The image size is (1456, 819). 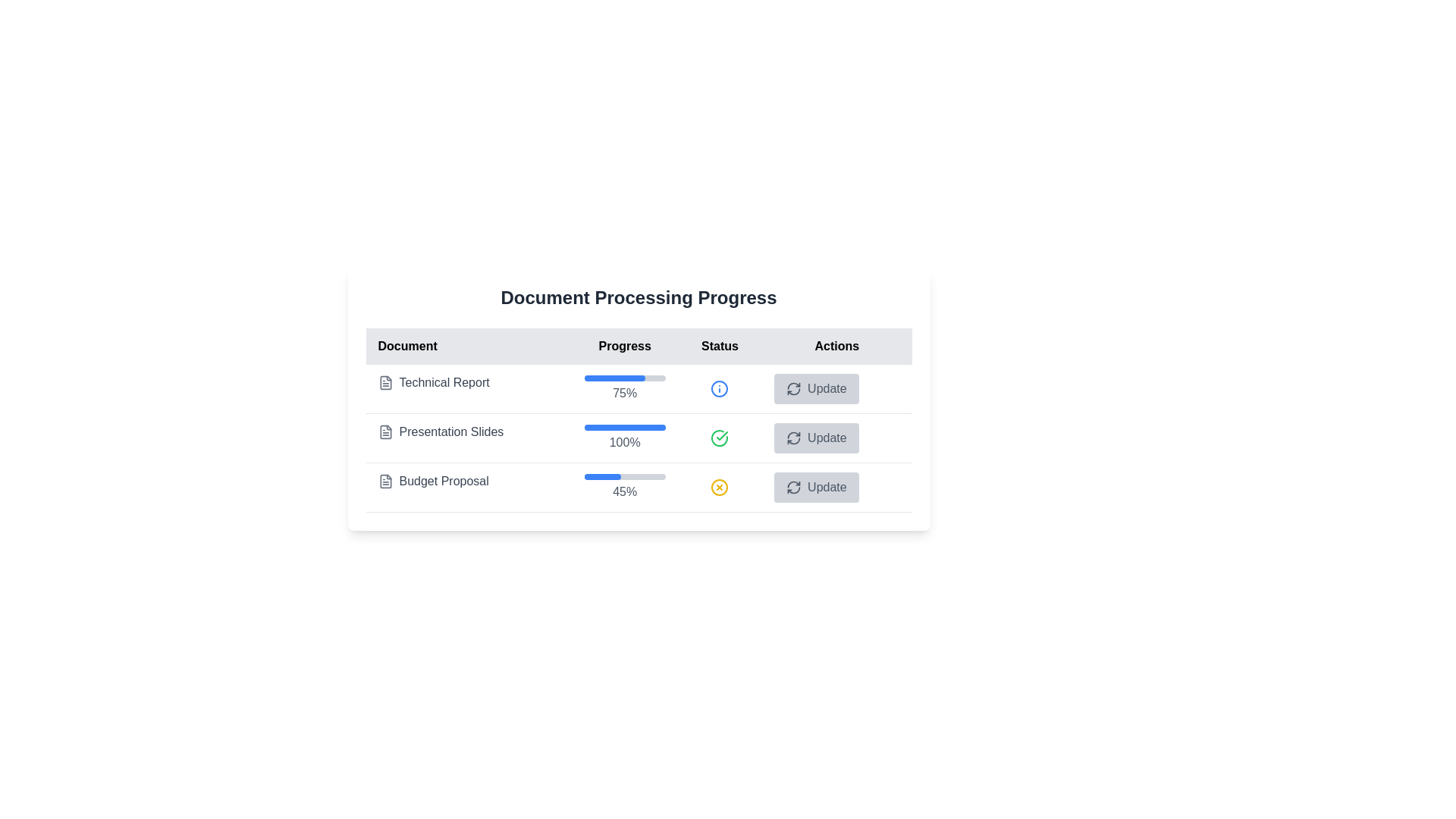 I want to click on the text display showing '100%' below the progress bar in the 'Presentation Slides' row of the table under the 'Progress' column, so click(x=625, y=438).